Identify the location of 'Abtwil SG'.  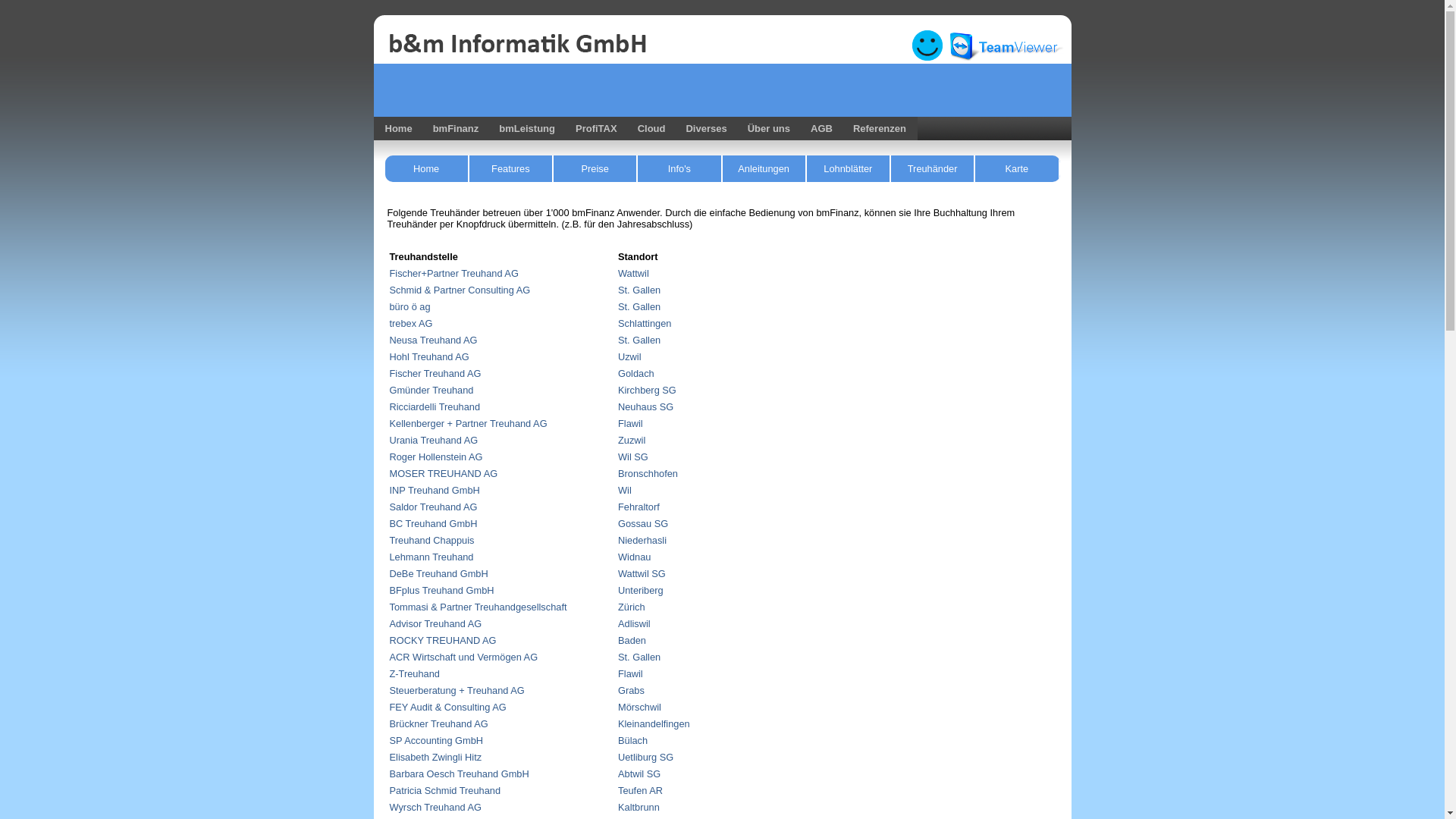
(639, 773).